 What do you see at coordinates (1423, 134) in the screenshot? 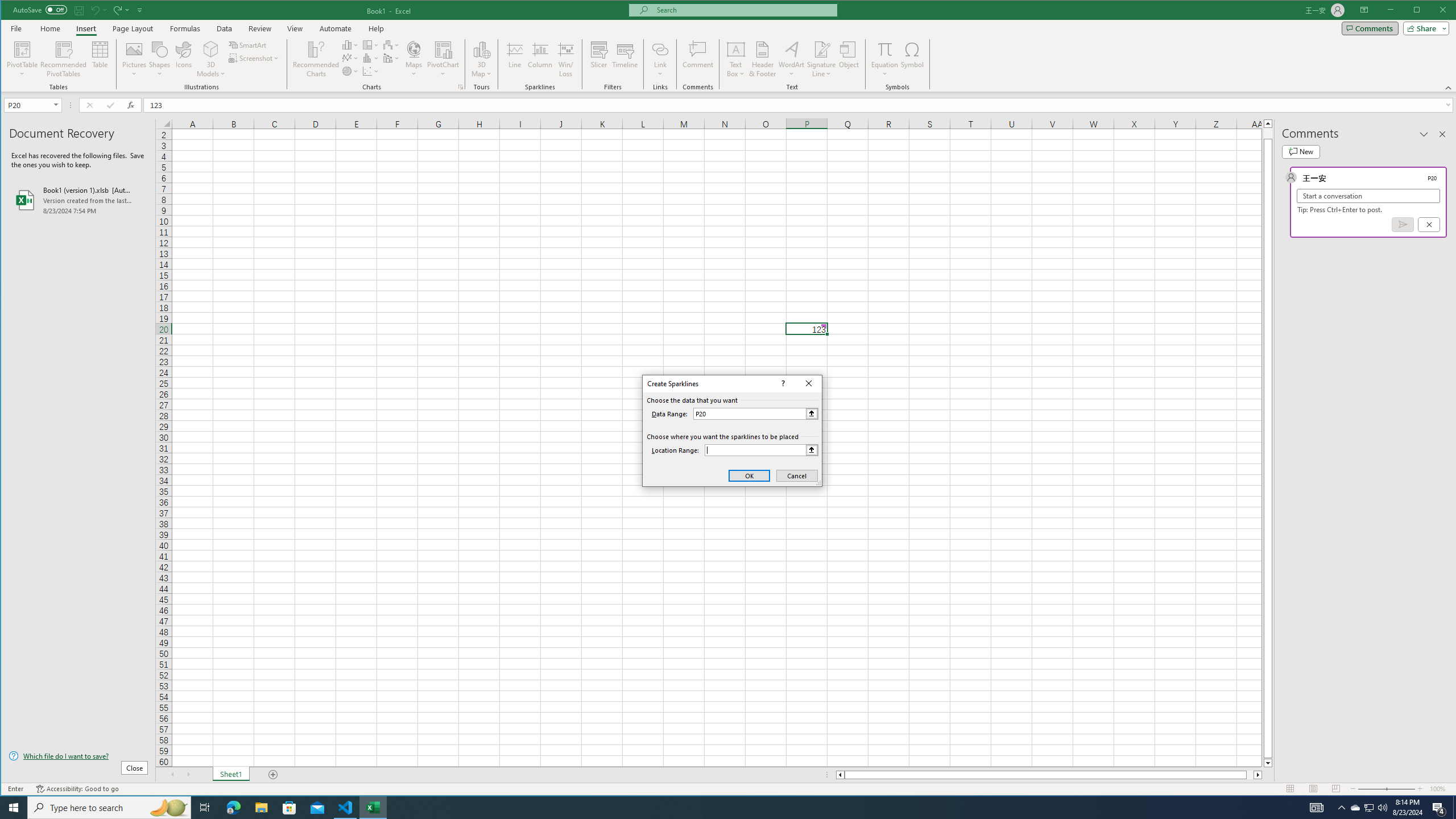
I see `'Task Pane Options'` at bounding box center [1423, 134].